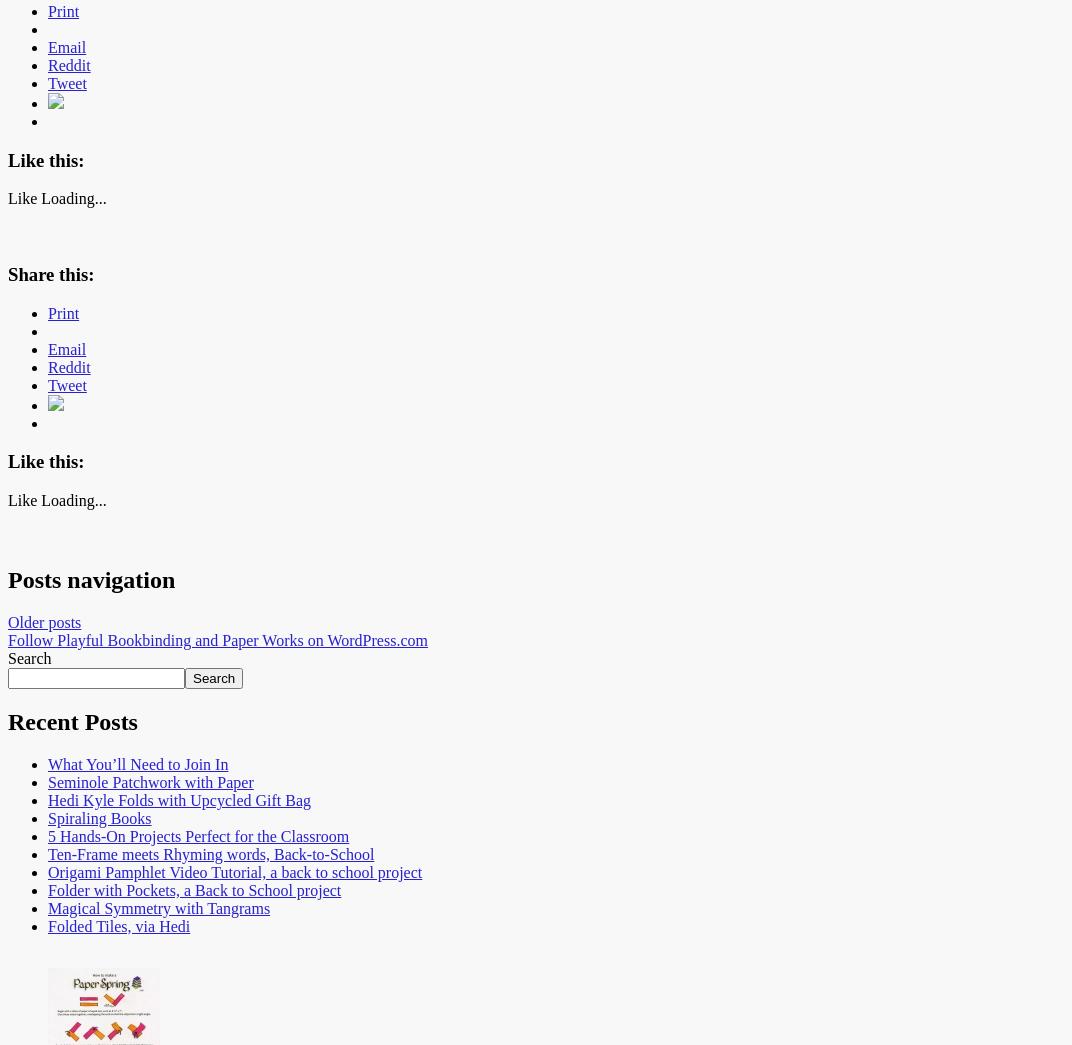  I want to click on 'Follow Playful Bookbinding and Paper Works on WordPress.com', so click(7, 638).